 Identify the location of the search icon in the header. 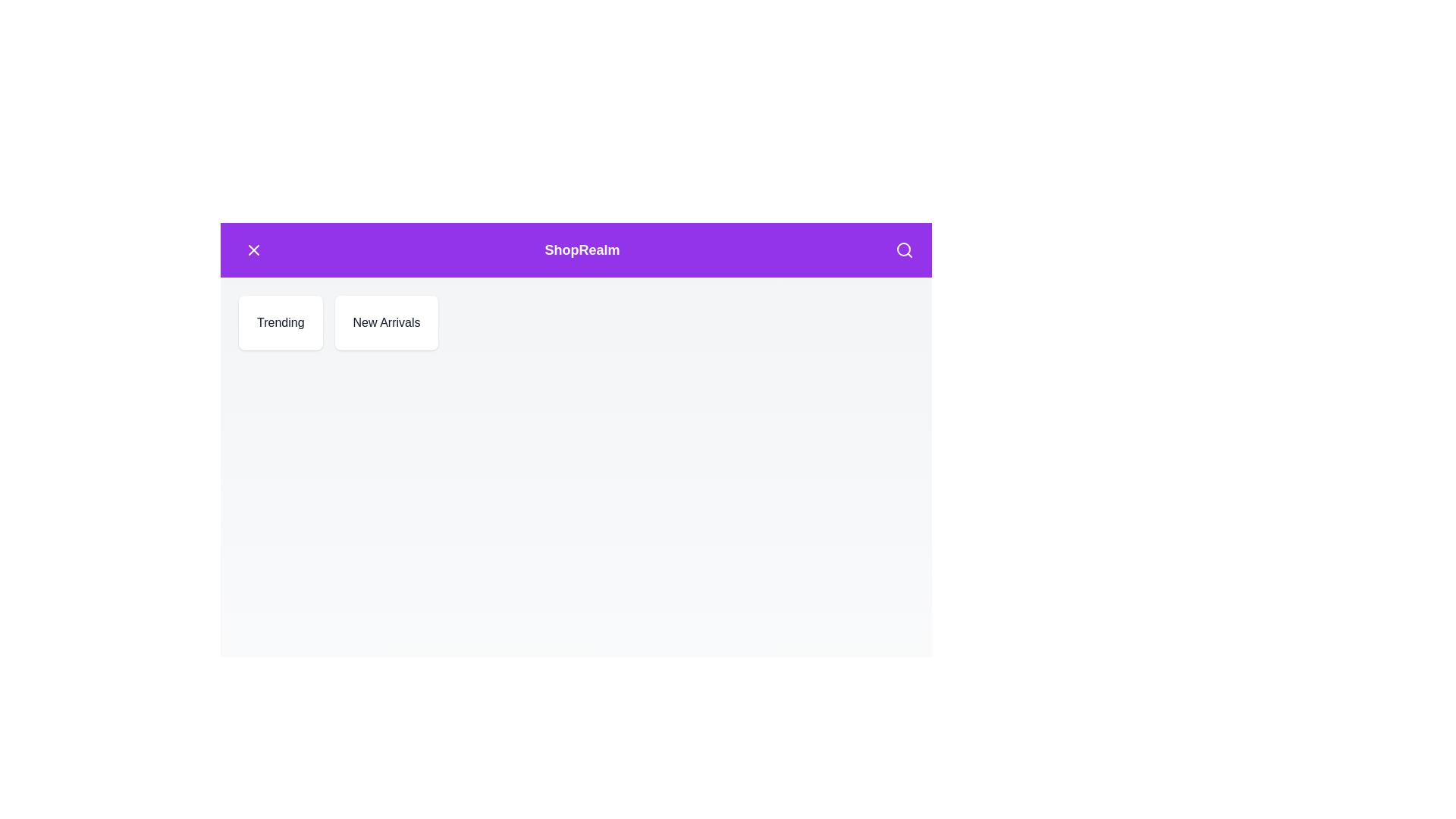
(905, 249).